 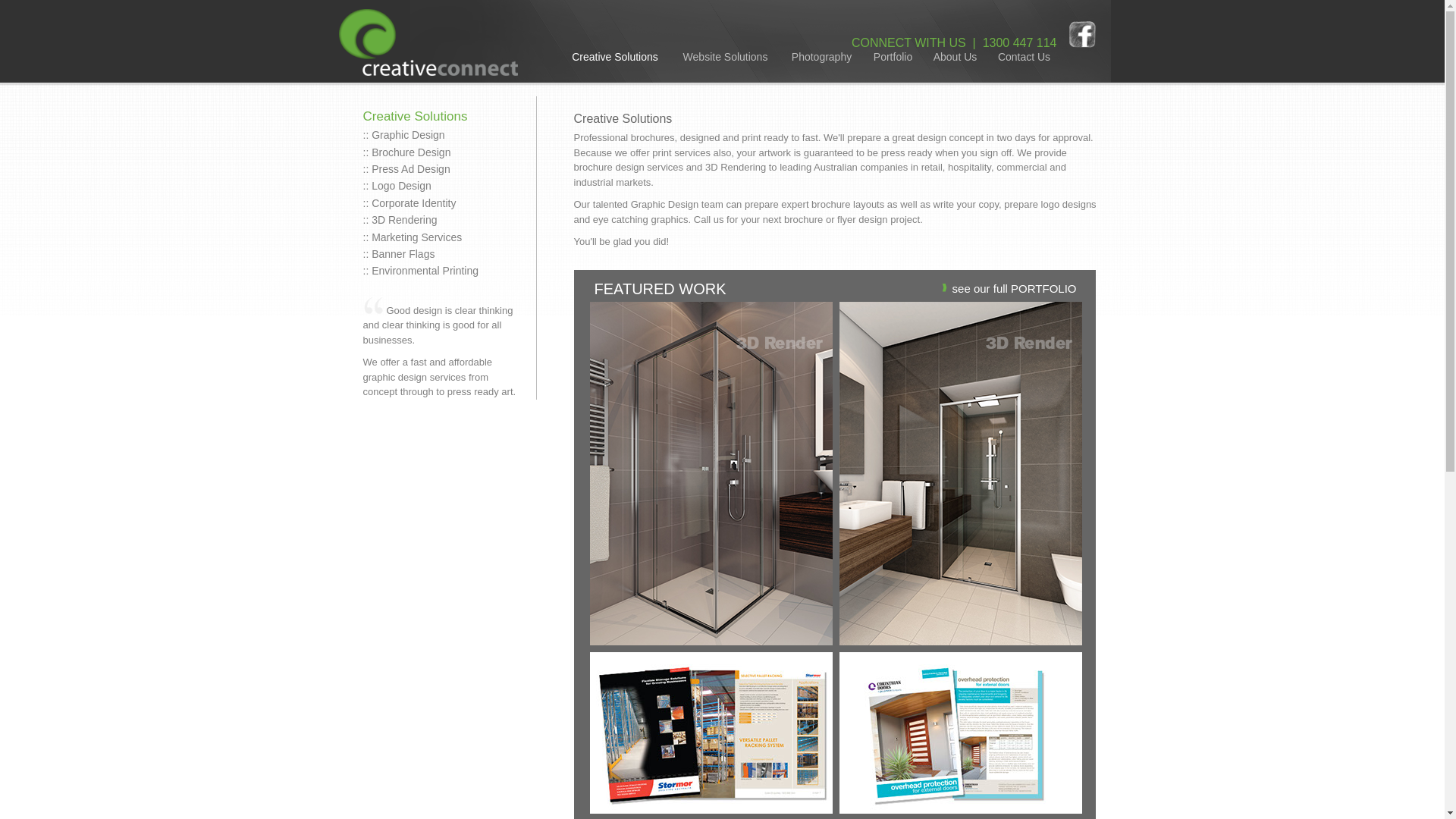 What do you see at coordinates (397, 185) in the screenshot?
I see `':: Logo Design'` at bounding box center [397, 185].